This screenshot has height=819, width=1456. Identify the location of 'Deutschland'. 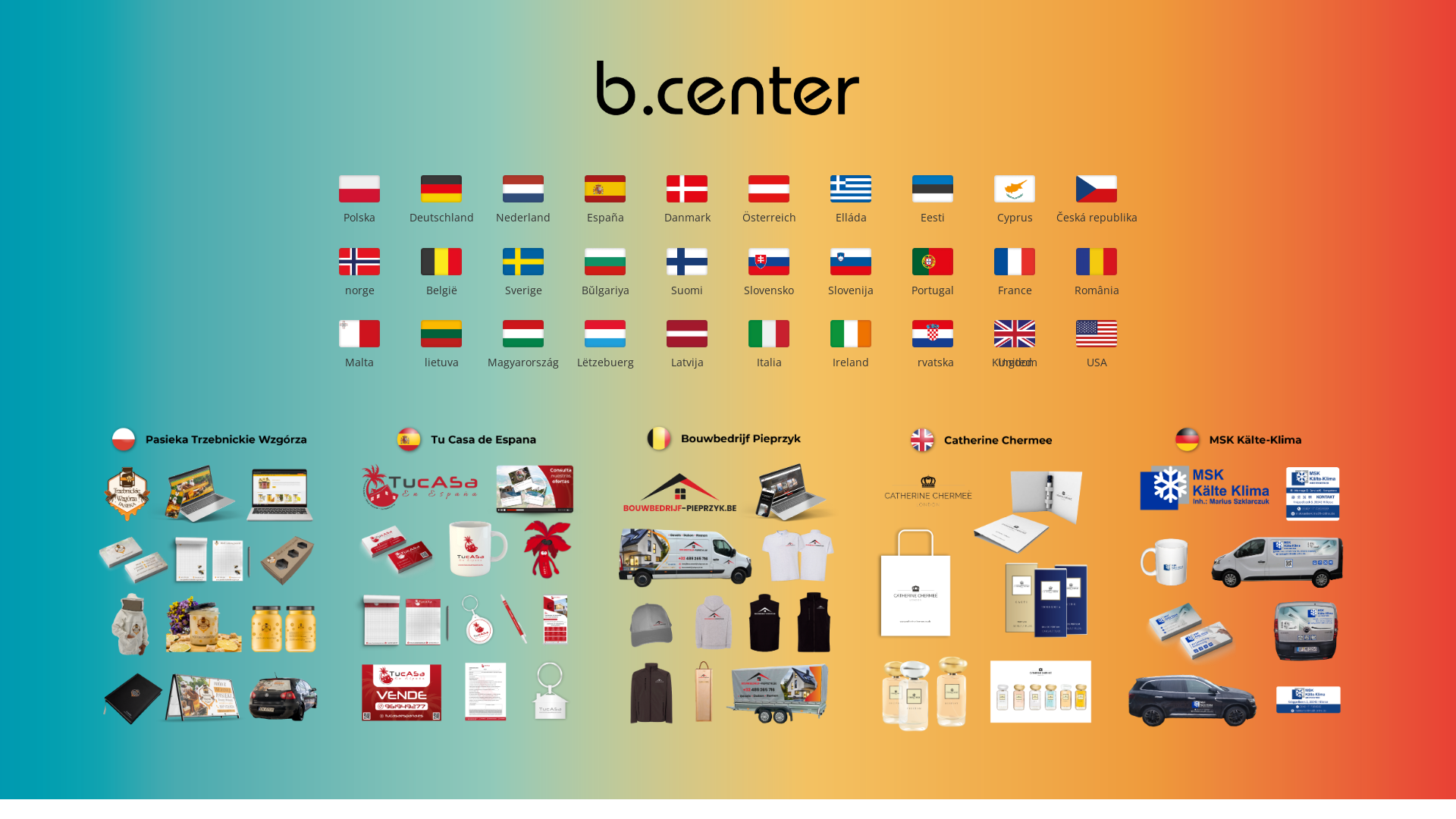
(441, 217).